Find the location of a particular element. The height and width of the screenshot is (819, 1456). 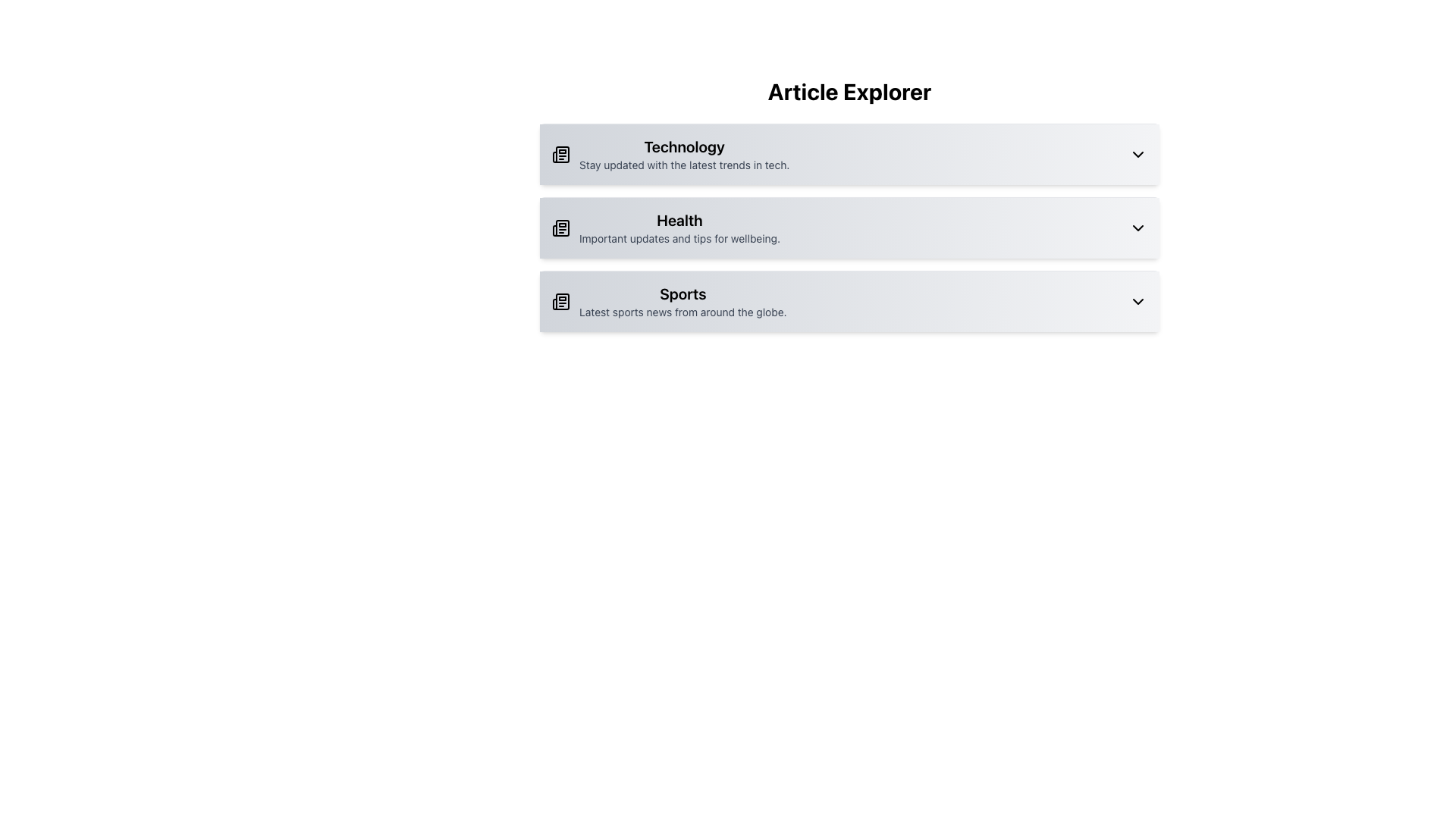

the dropdown toggle button (chevron) at the top-right corner of the 'Technology' section is located at coordinates (1138, 155).